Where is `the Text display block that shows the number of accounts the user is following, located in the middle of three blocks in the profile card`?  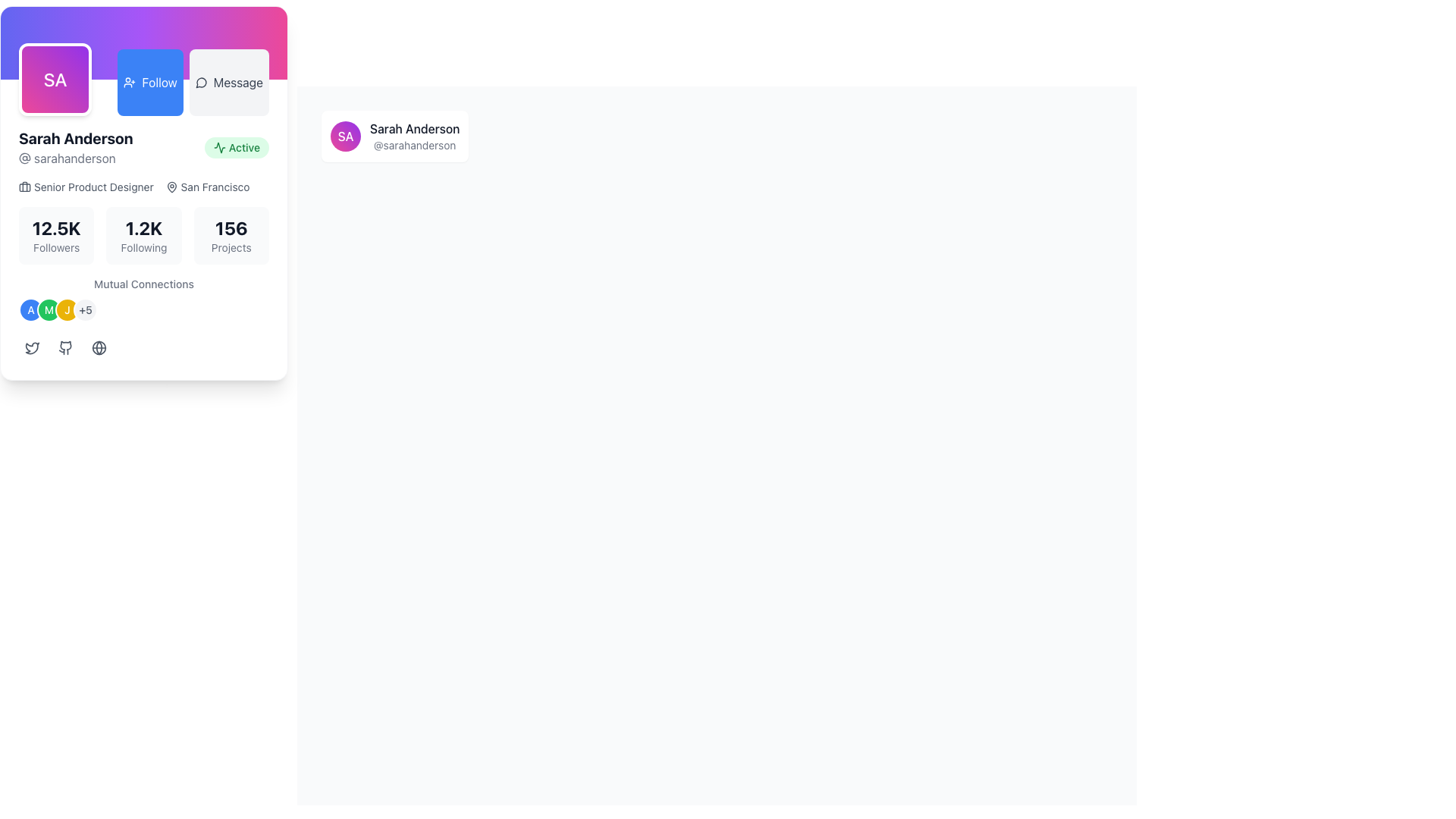
the Text display block that shows the number of accounts the user is following, located in the middle of three blocks in the profile card is located at coordinates (144, 236).